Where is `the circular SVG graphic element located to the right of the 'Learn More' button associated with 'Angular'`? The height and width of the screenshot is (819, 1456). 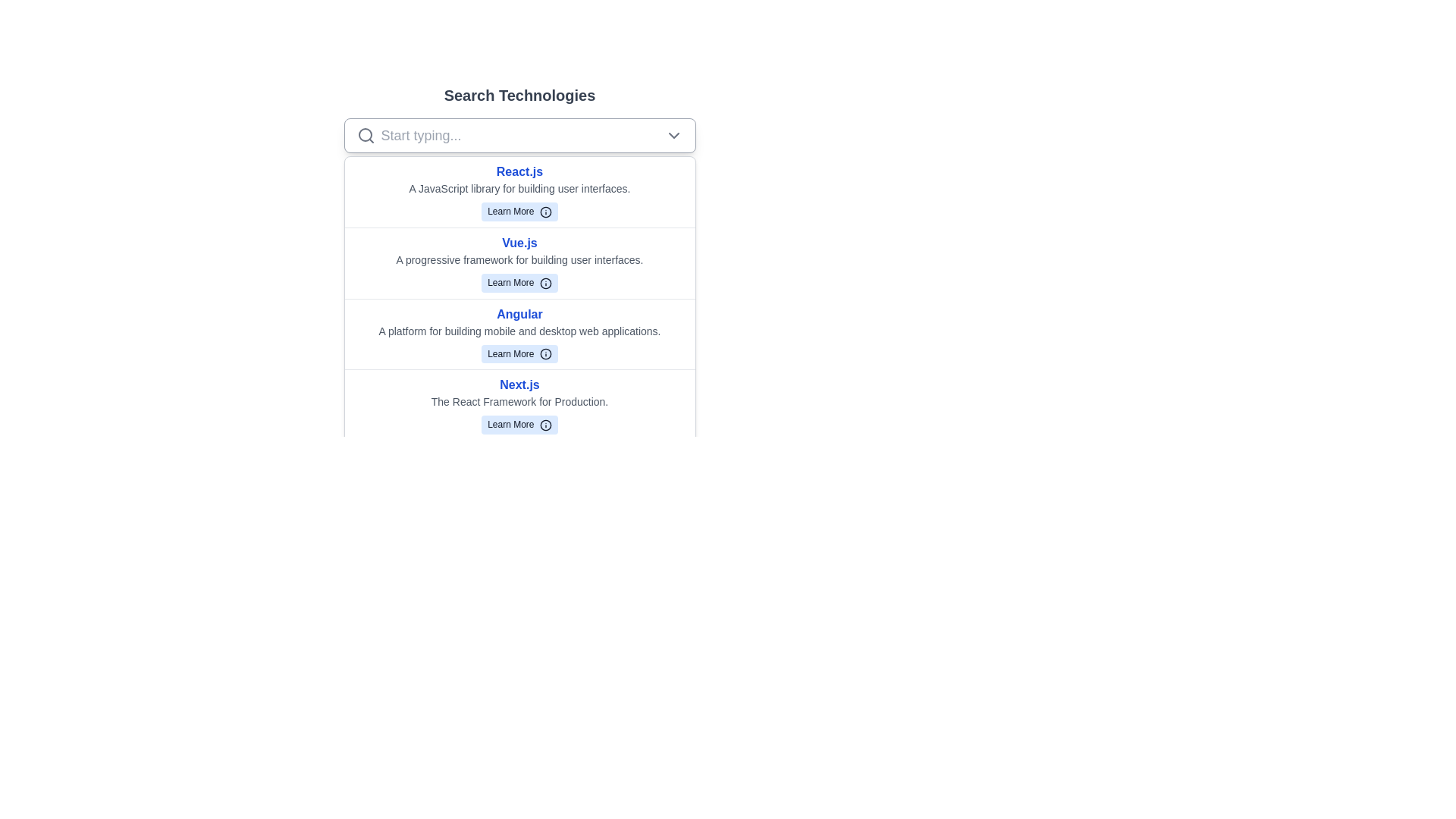
the circular SVG graphic element located to the right of the 'Learn More' button associated with 'Angular' is located at coordinates (545, 354).